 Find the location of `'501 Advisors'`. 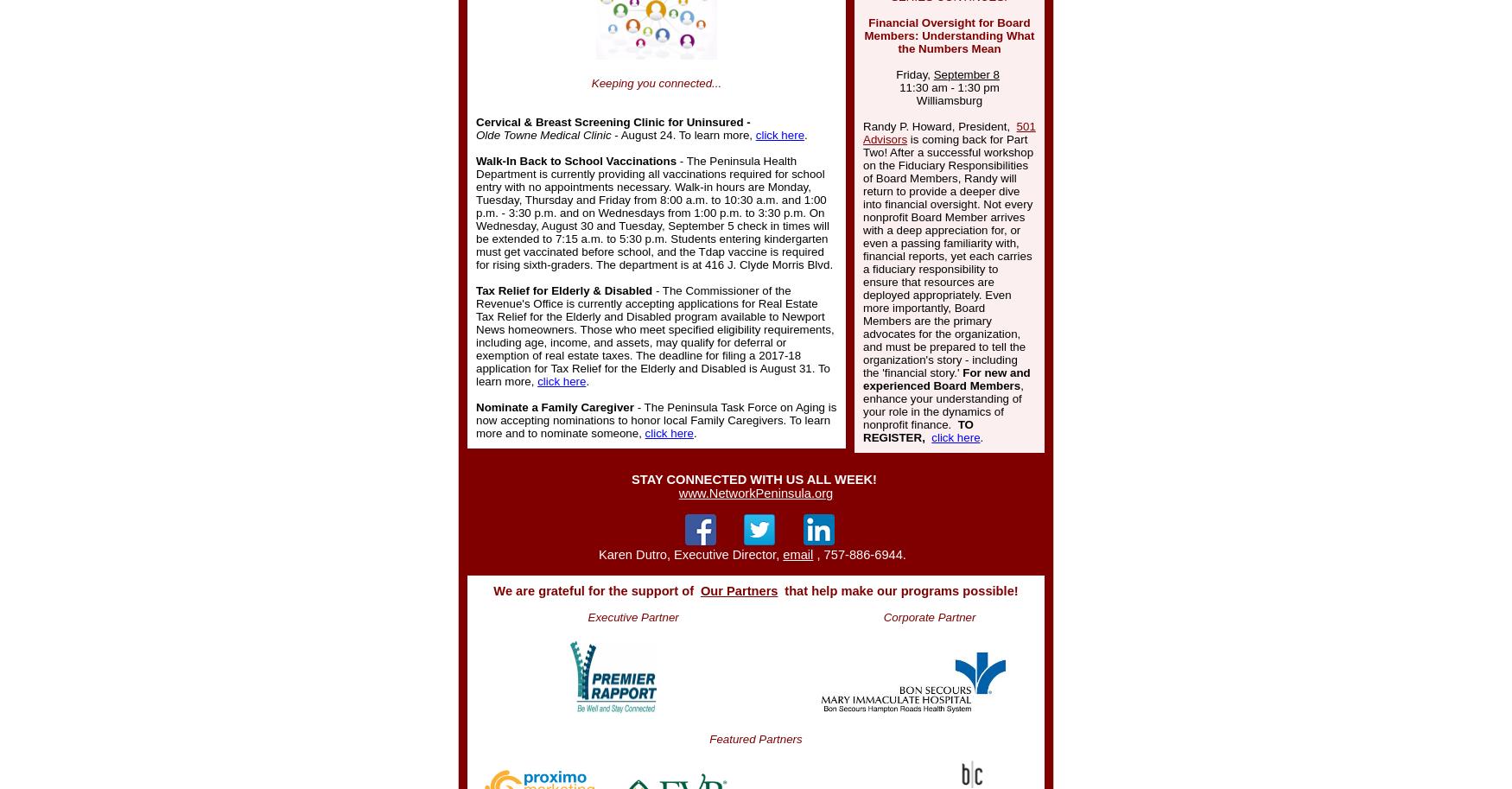

'501 Advisors' is located at coordinates (949, 132).